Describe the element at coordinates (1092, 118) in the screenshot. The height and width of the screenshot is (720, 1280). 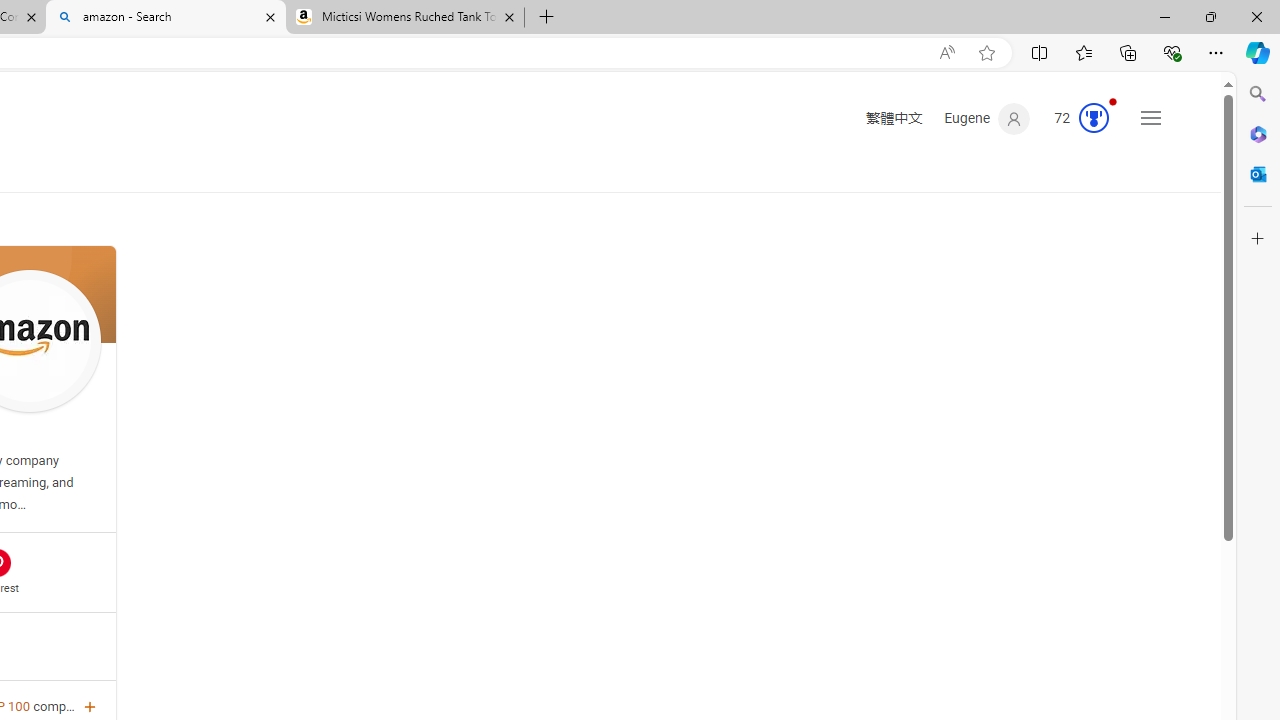
I see `'AutomationID: rh_meter'` at that location.